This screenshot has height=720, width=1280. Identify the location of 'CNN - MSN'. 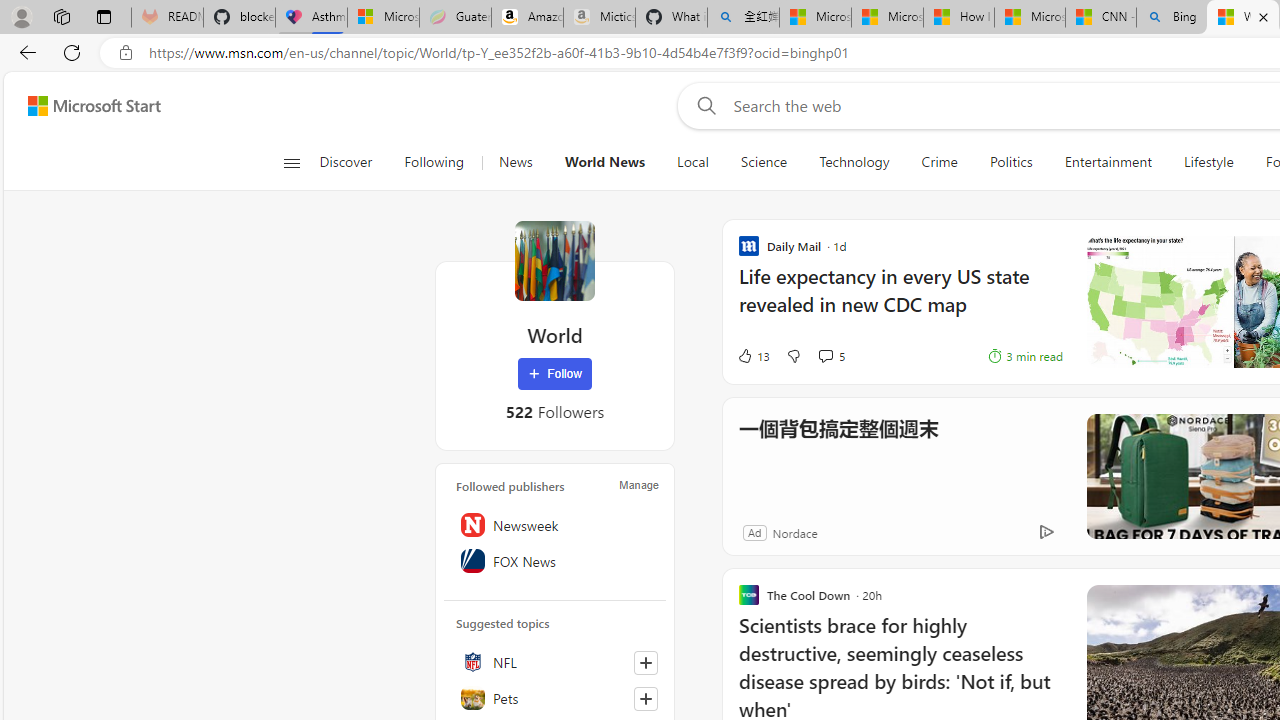
(1100, 17).